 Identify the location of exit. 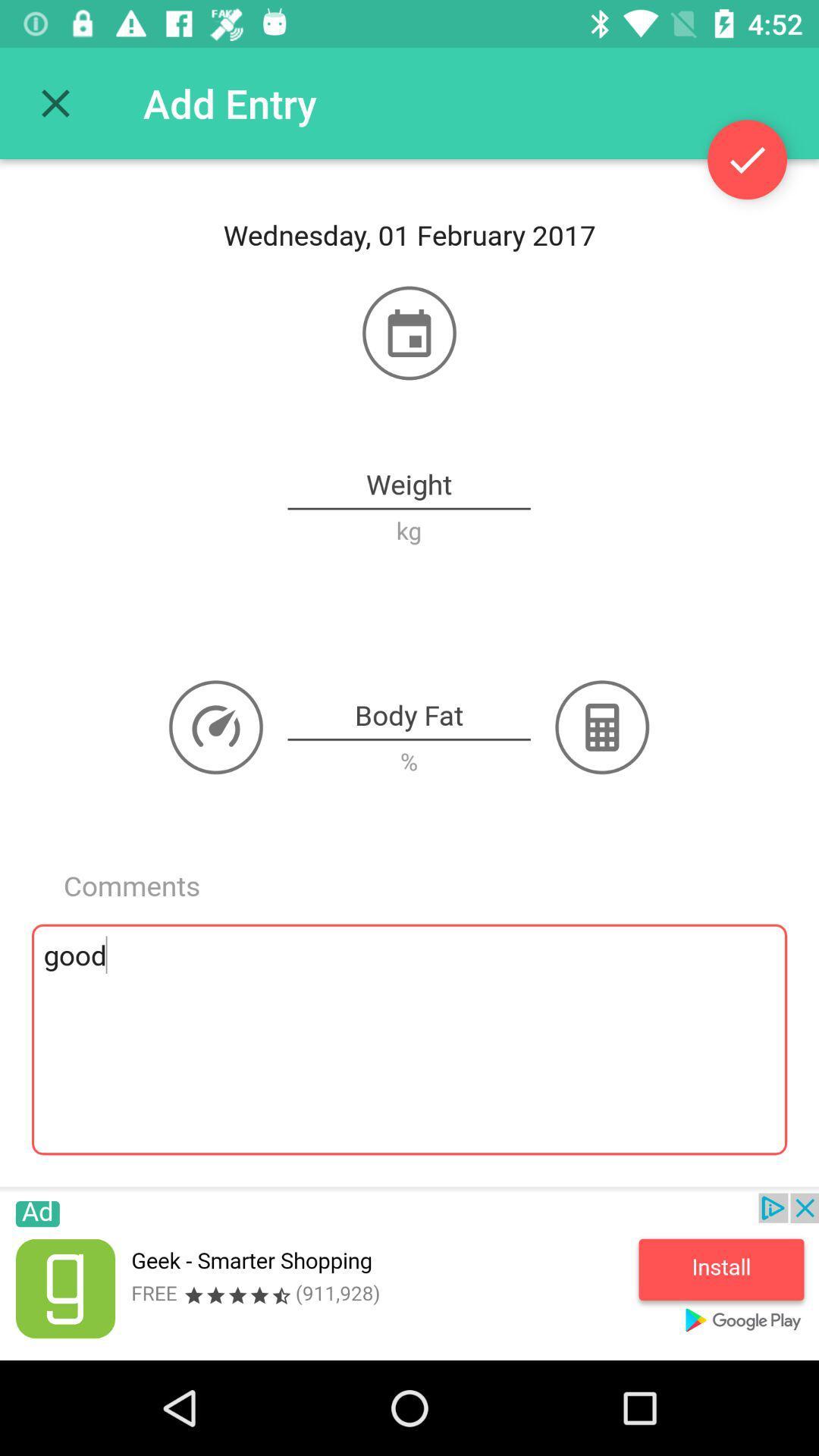
(55, 102).